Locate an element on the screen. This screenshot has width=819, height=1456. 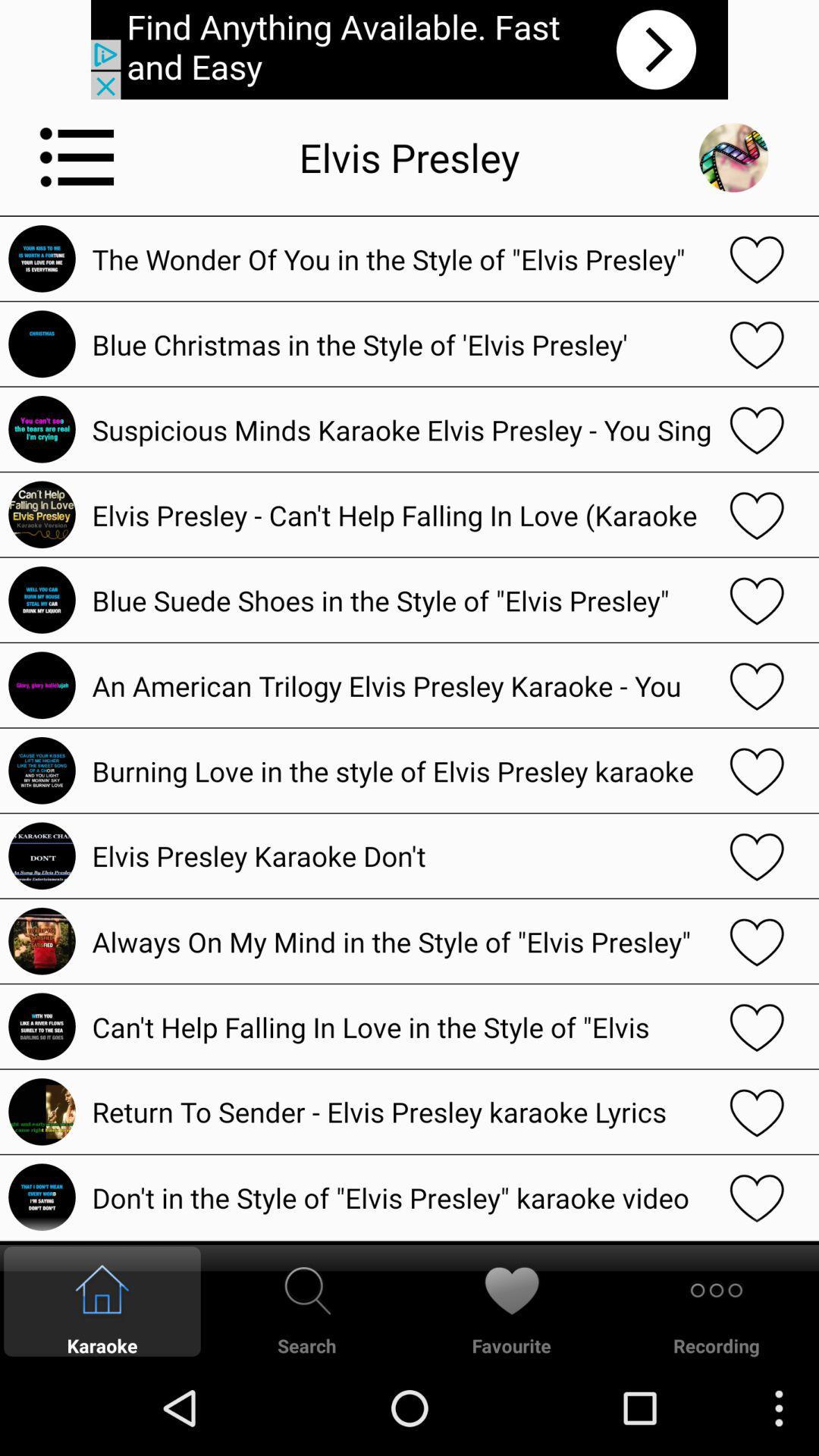
back button is located at coordinates (733, 157).